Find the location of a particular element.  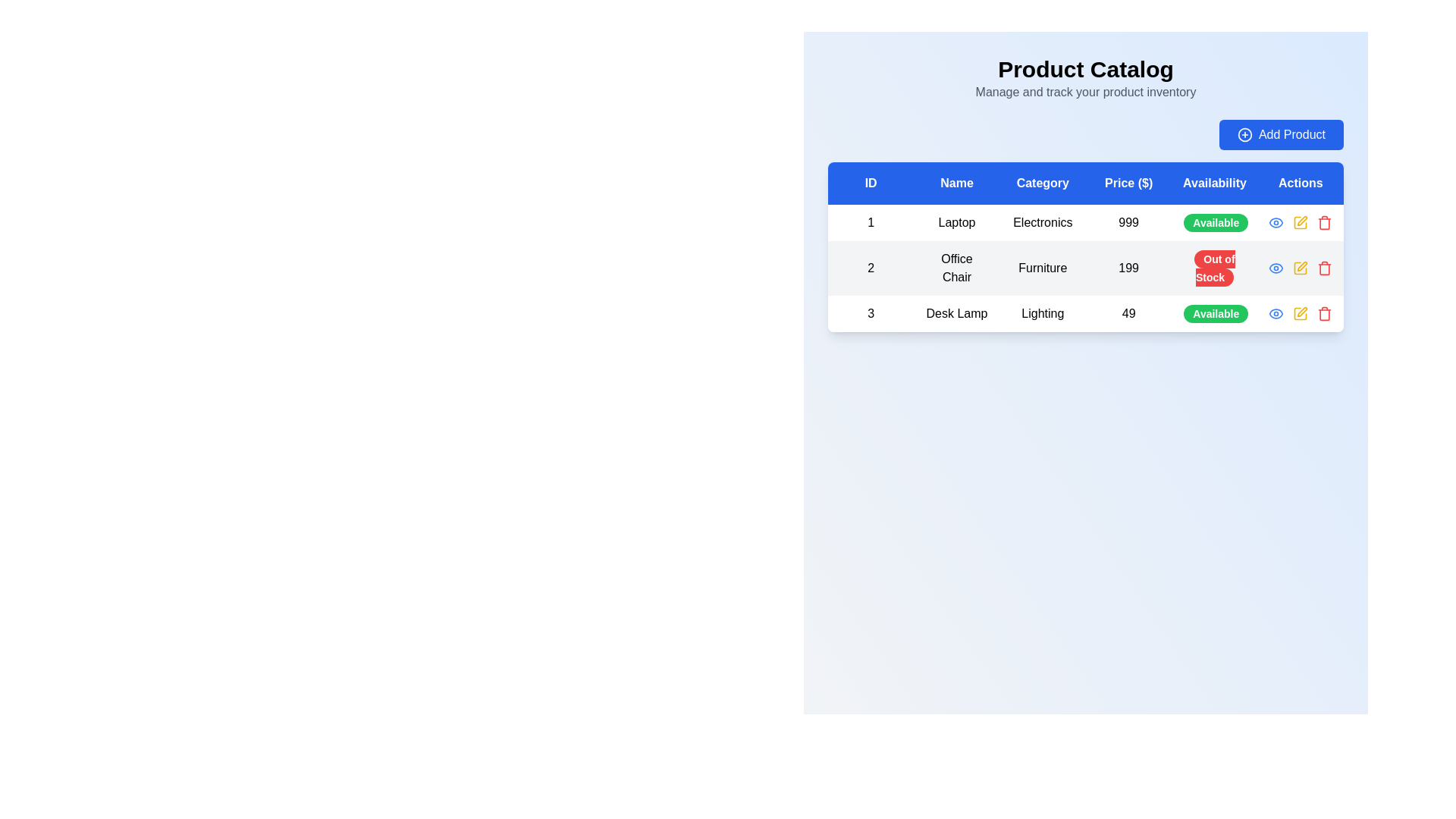

the yellow pencil icon in the Actions column, which is the second element in a group of three action icons is located at coordinates (1300, 268).